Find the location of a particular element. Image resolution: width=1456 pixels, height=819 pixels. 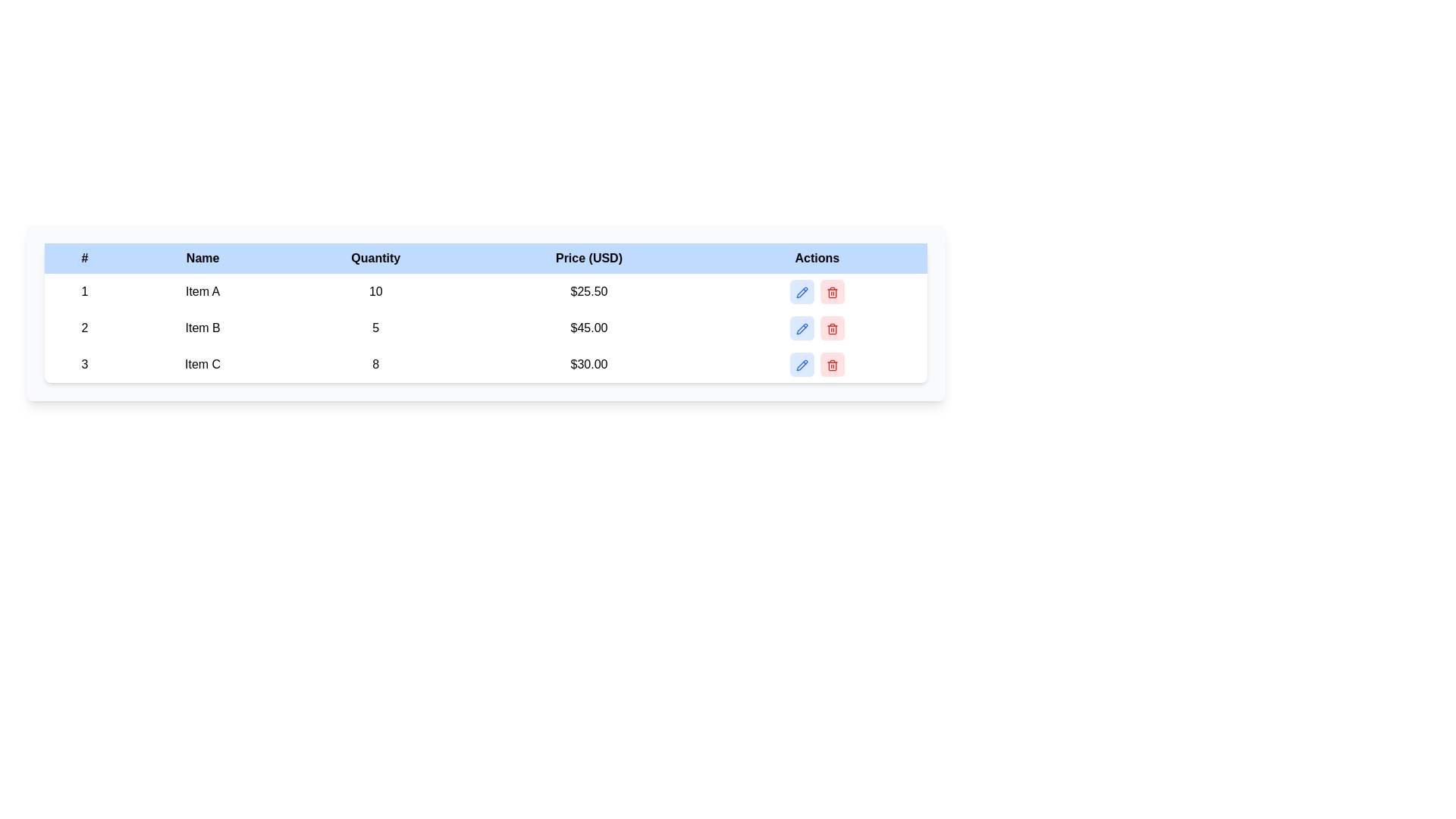

the Text display element that shows the number '3', which is part of a tabular layout representing the third entry ('Item C') within the table is located at coordinates (83, 365).